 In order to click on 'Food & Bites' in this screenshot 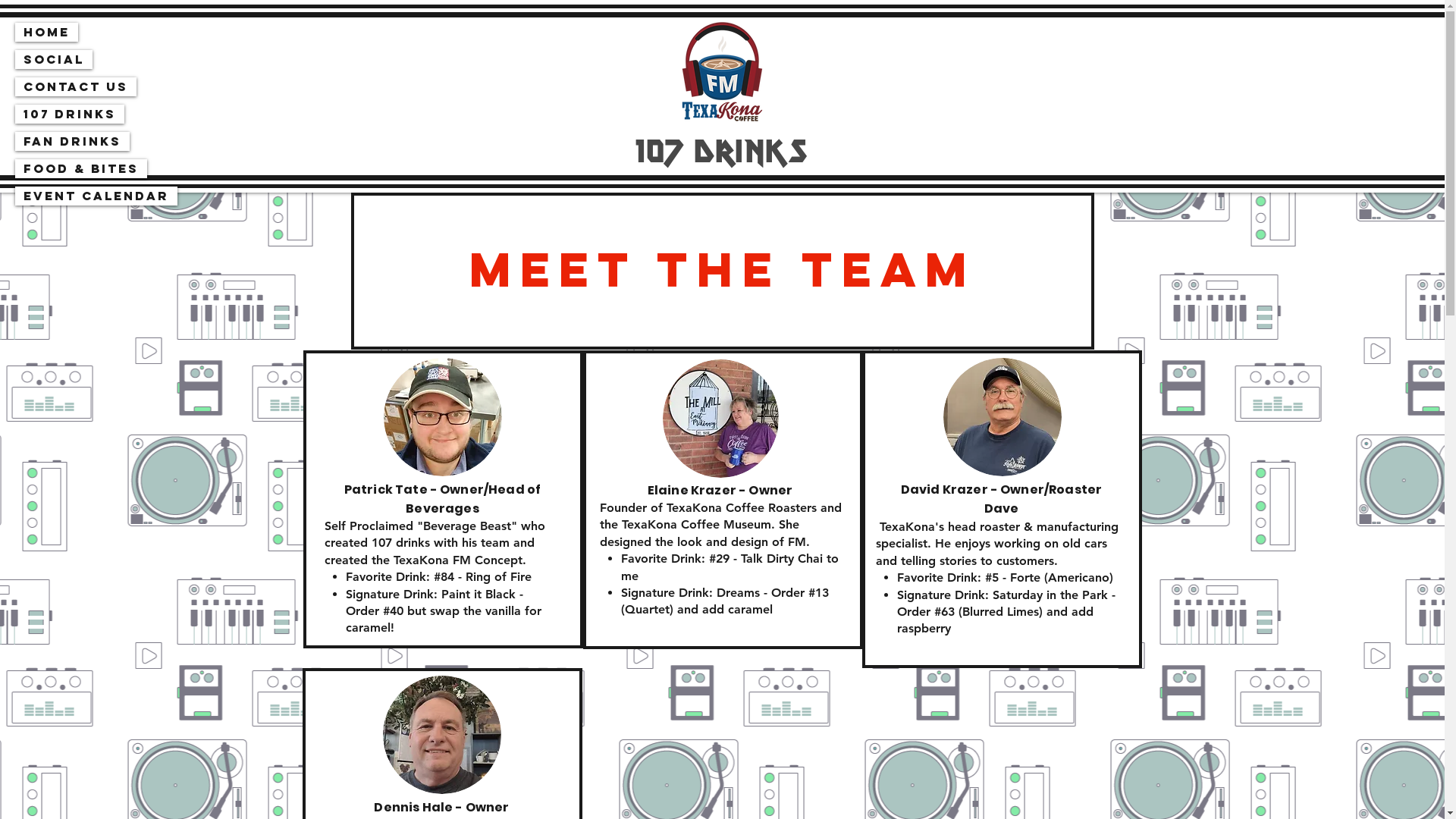, I will do `click(80, 168)`.